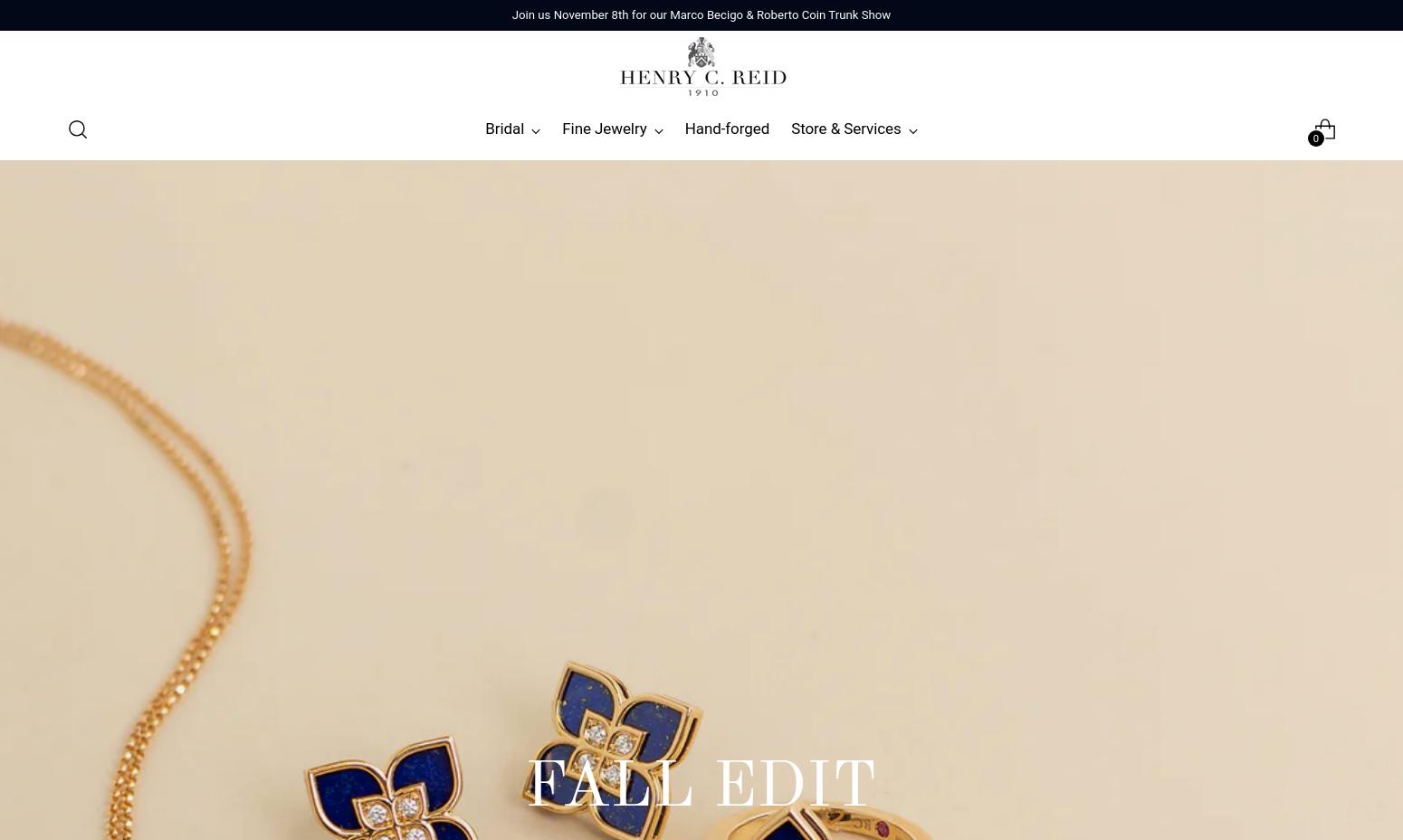 The height and width of the screenshot is (840, 1403). I want to click on '0', so click(1314, 138).